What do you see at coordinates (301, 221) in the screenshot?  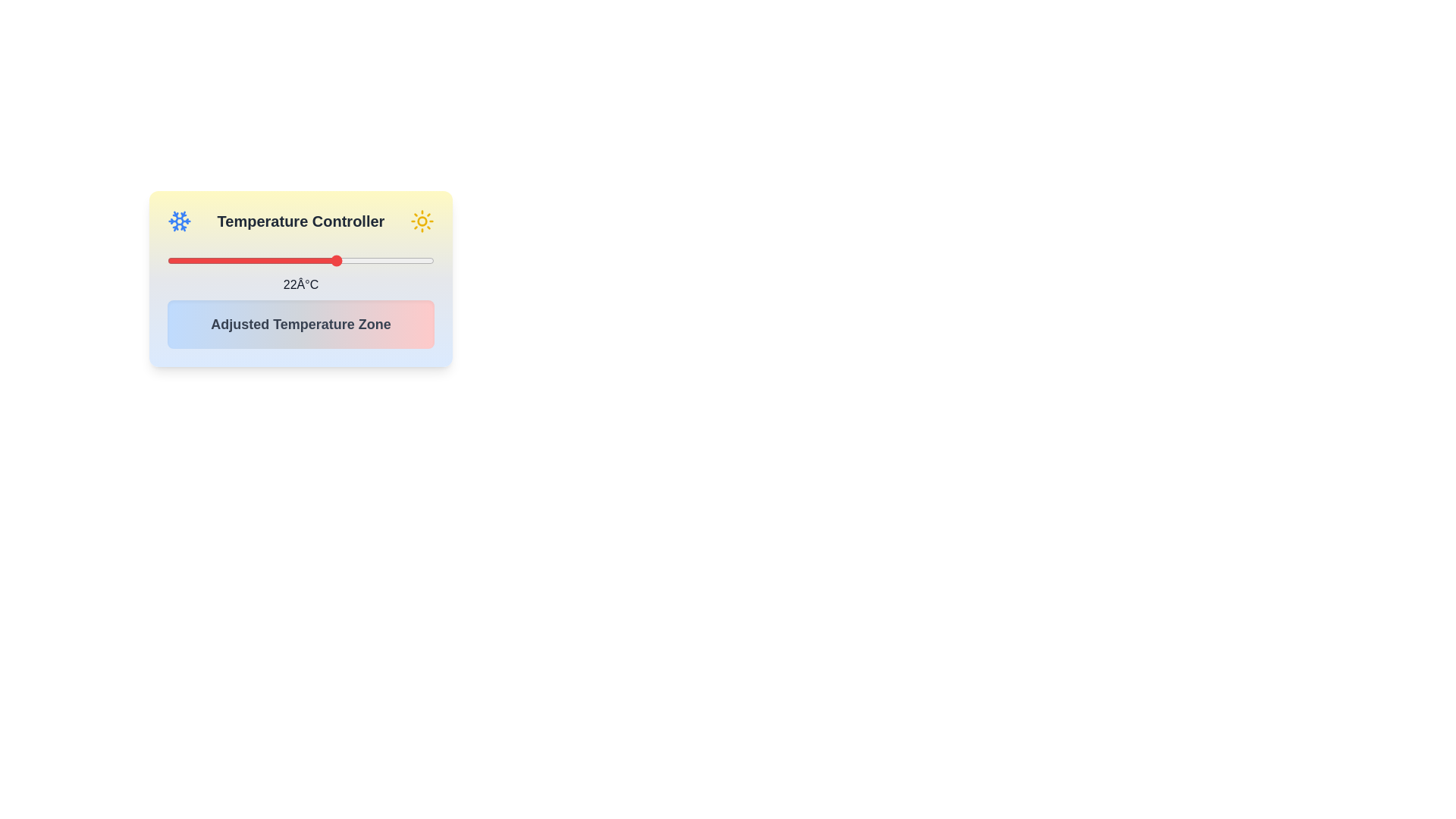 I see `the label that serves as a title for the temperature adjustment functionality, positioned centrally between a blue snowflake icon and a yellow sun icon` at bounding box center [301, 221].